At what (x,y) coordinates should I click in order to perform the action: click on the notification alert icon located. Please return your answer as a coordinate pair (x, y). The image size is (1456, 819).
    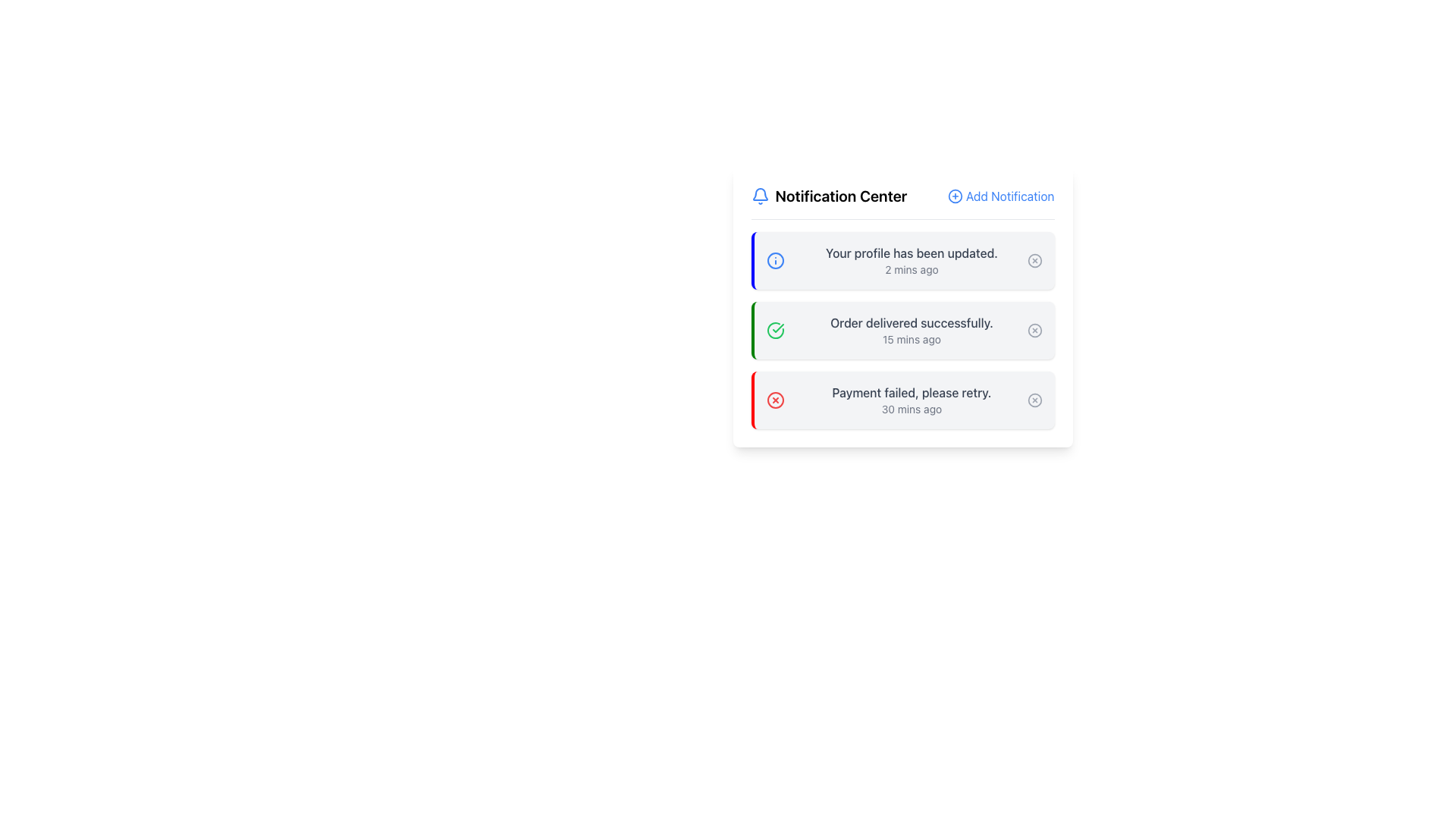
    Looking at the image, I should click on (760, 195).